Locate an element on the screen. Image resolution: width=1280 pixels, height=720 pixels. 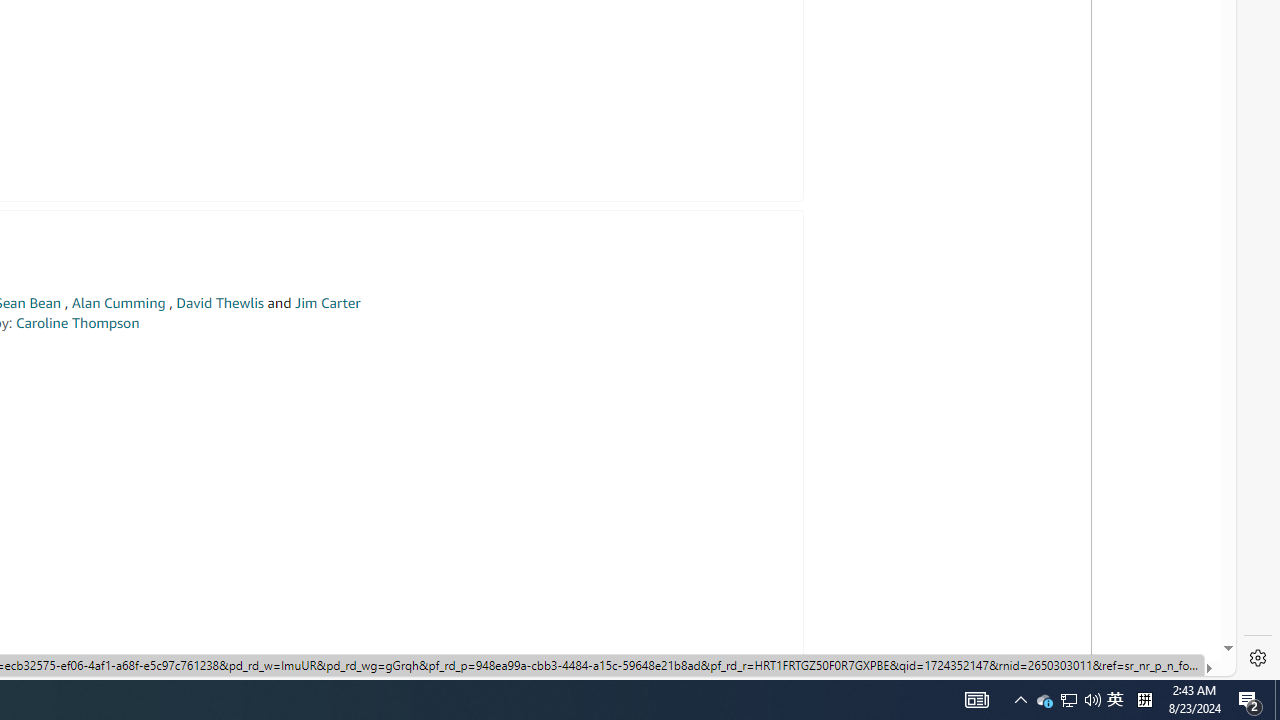
'Jim Carter' is located at coordinates (327, 303).